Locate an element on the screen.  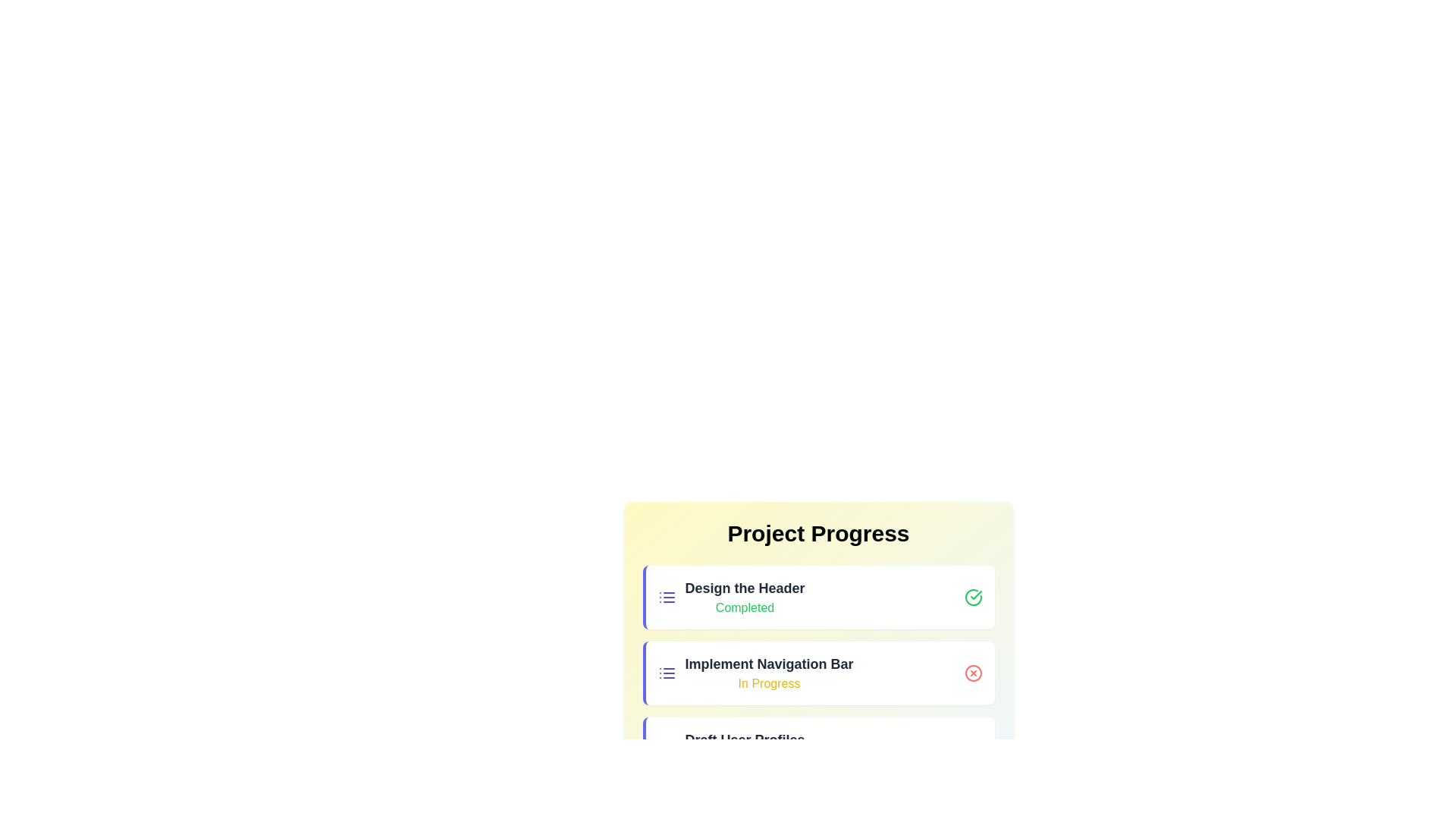
the cross icon for the task Draft User Profiles is located at coordinates (973, 748).